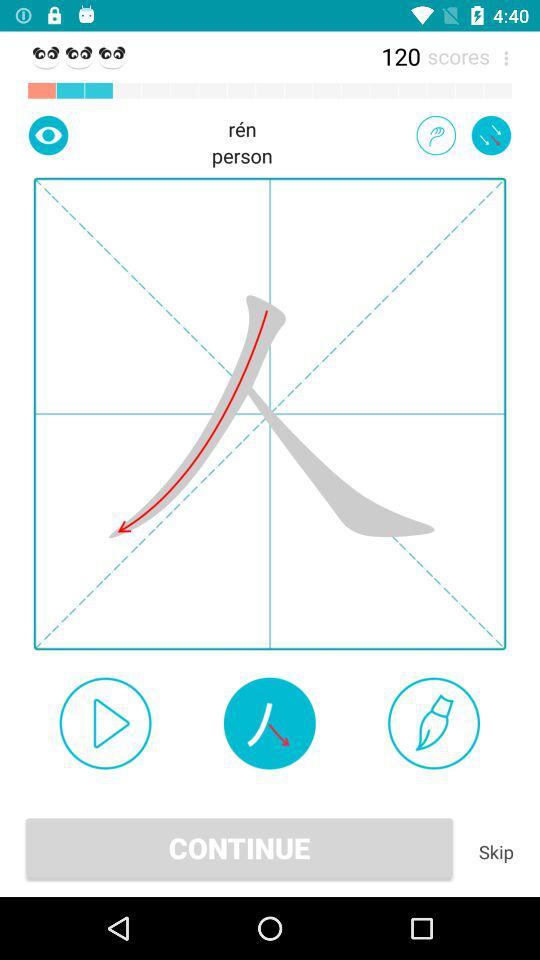 The width and height of the screenshot is (540, 960). What do you see at coordinates (48, 134) in the screenshot?
I see `change view` at bounding box center [48, 134].